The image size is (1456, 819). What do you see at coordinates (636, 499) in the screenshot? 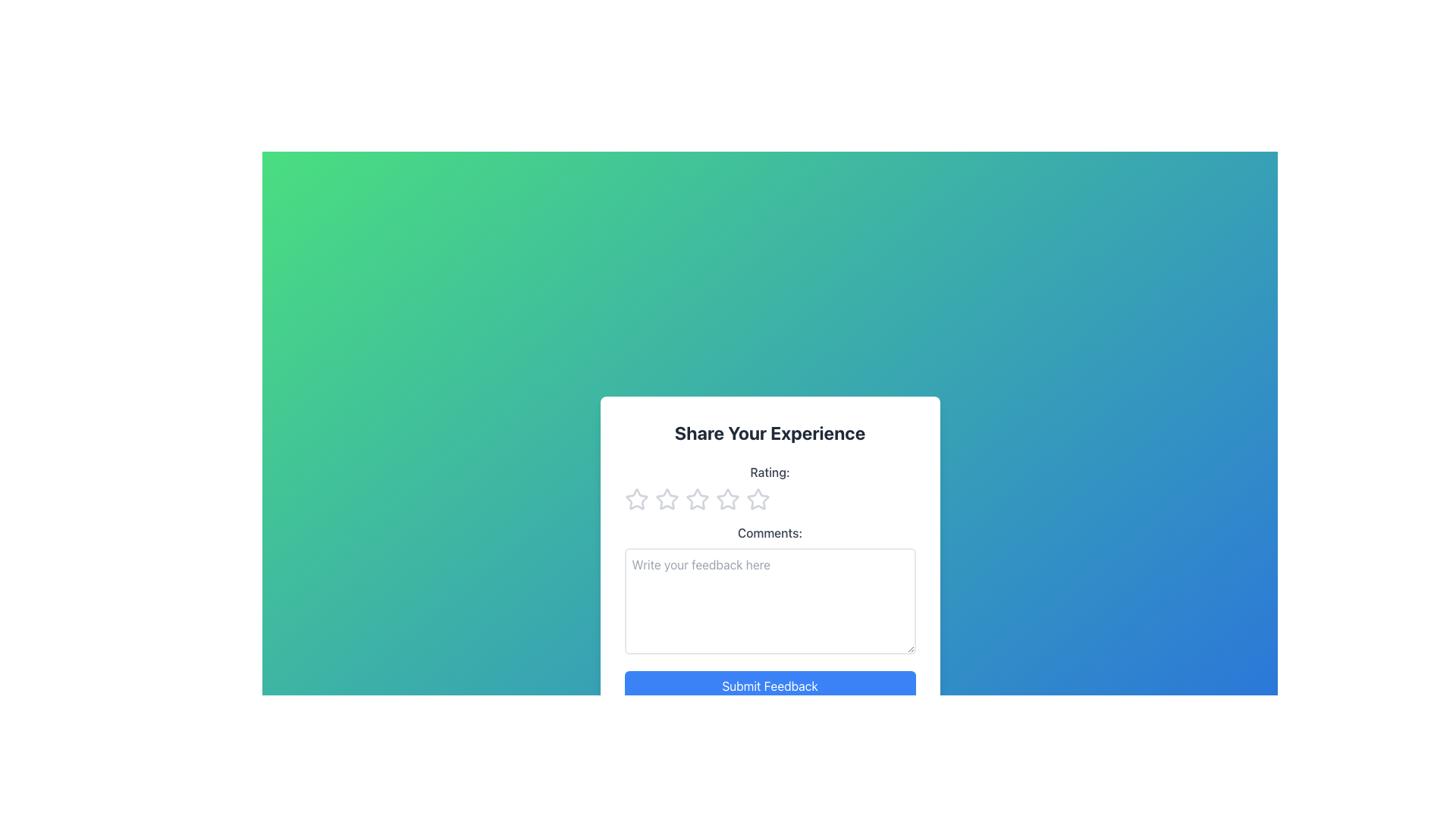
I see `the first star-shaped icon in the rating system, which is gray outlined and hollow` at bounding box center [636, 499].